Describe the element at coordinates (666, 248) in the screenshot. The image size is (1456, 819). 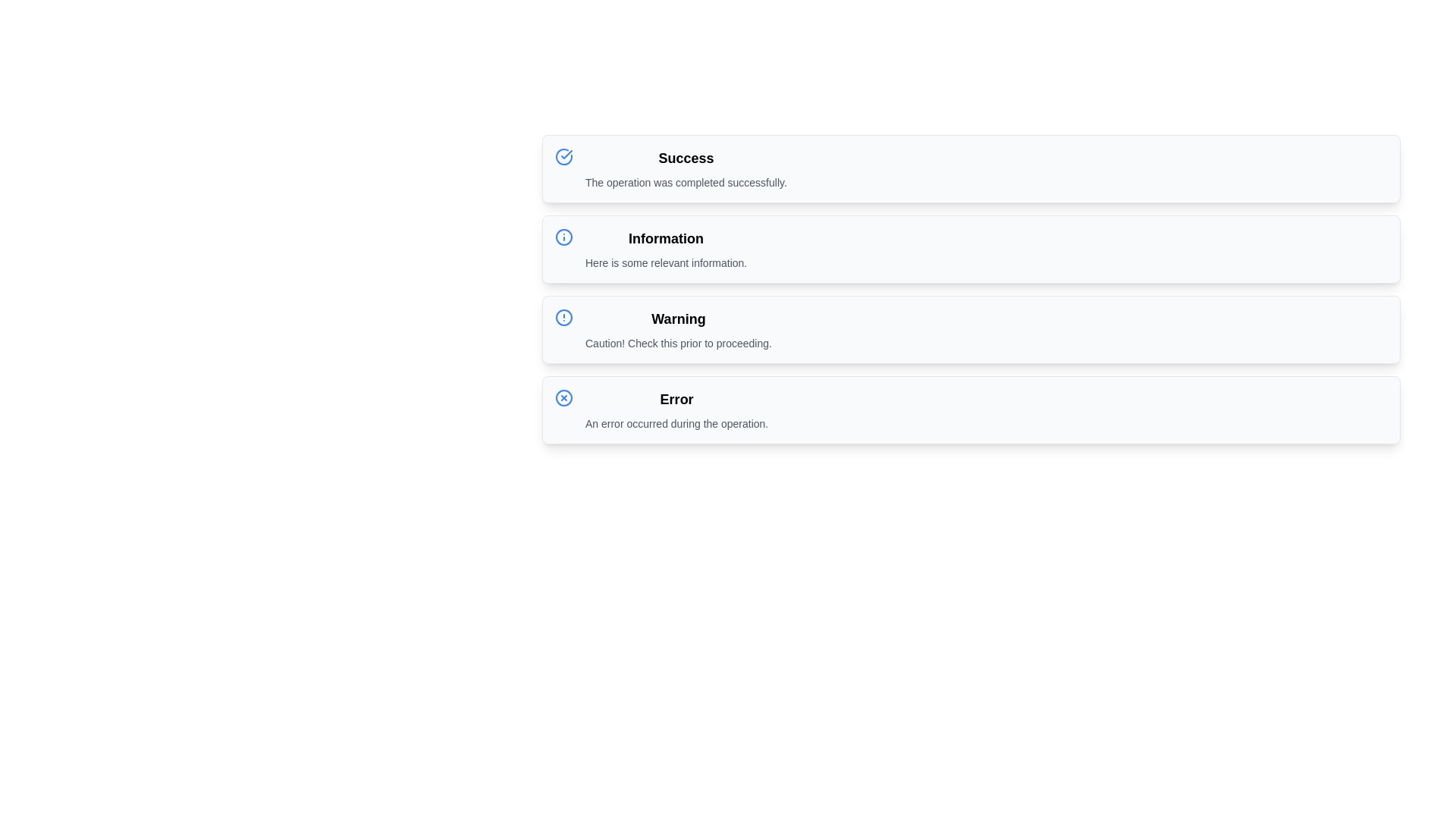
I see `text from the Notification Box labeled 'Information' with the sub-text 'Here is some relevant information.'` at that location.